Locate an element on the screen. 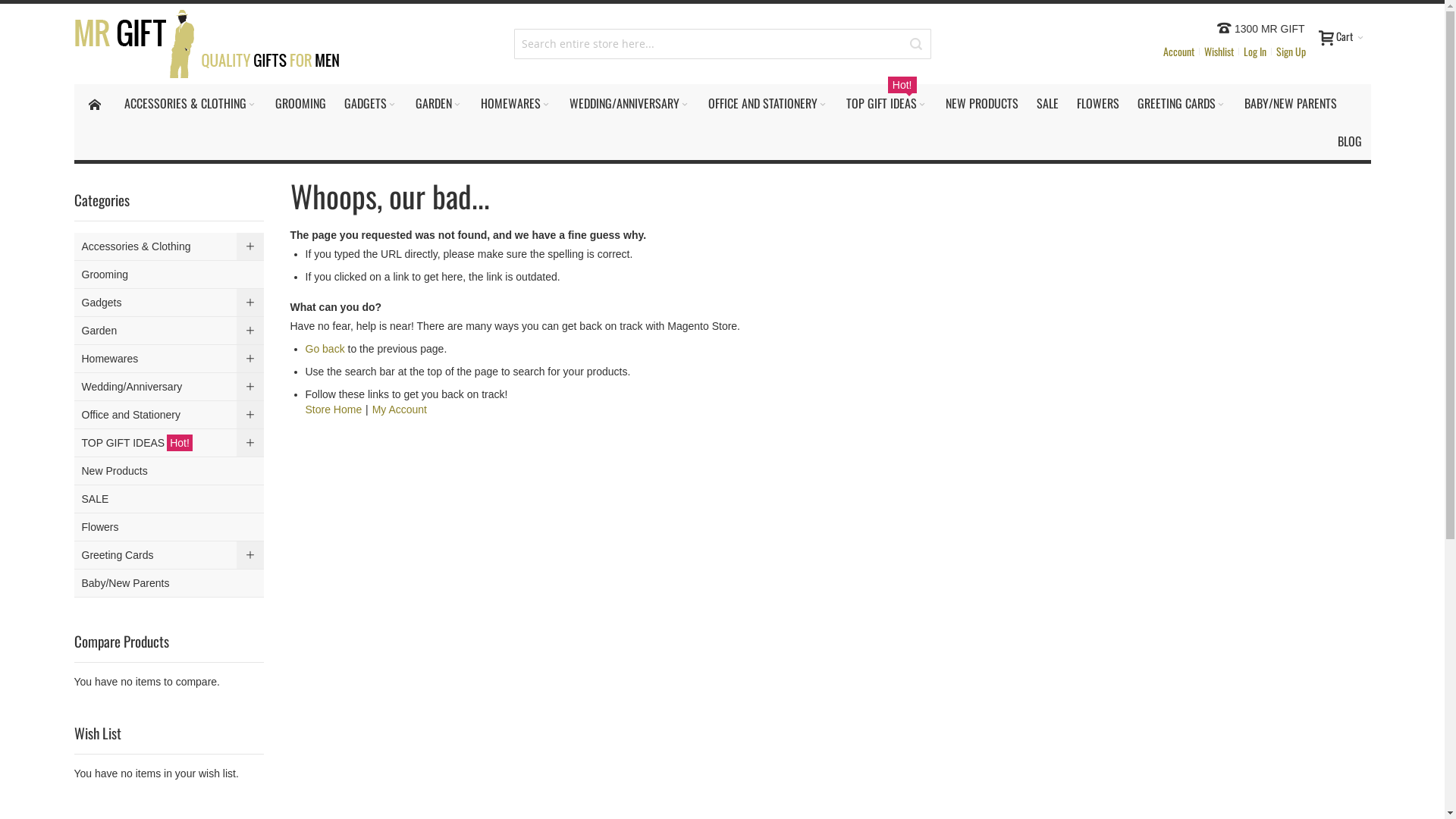 The image size is (1456, 819). 'Store Home' is located at coordinates (332, 409).